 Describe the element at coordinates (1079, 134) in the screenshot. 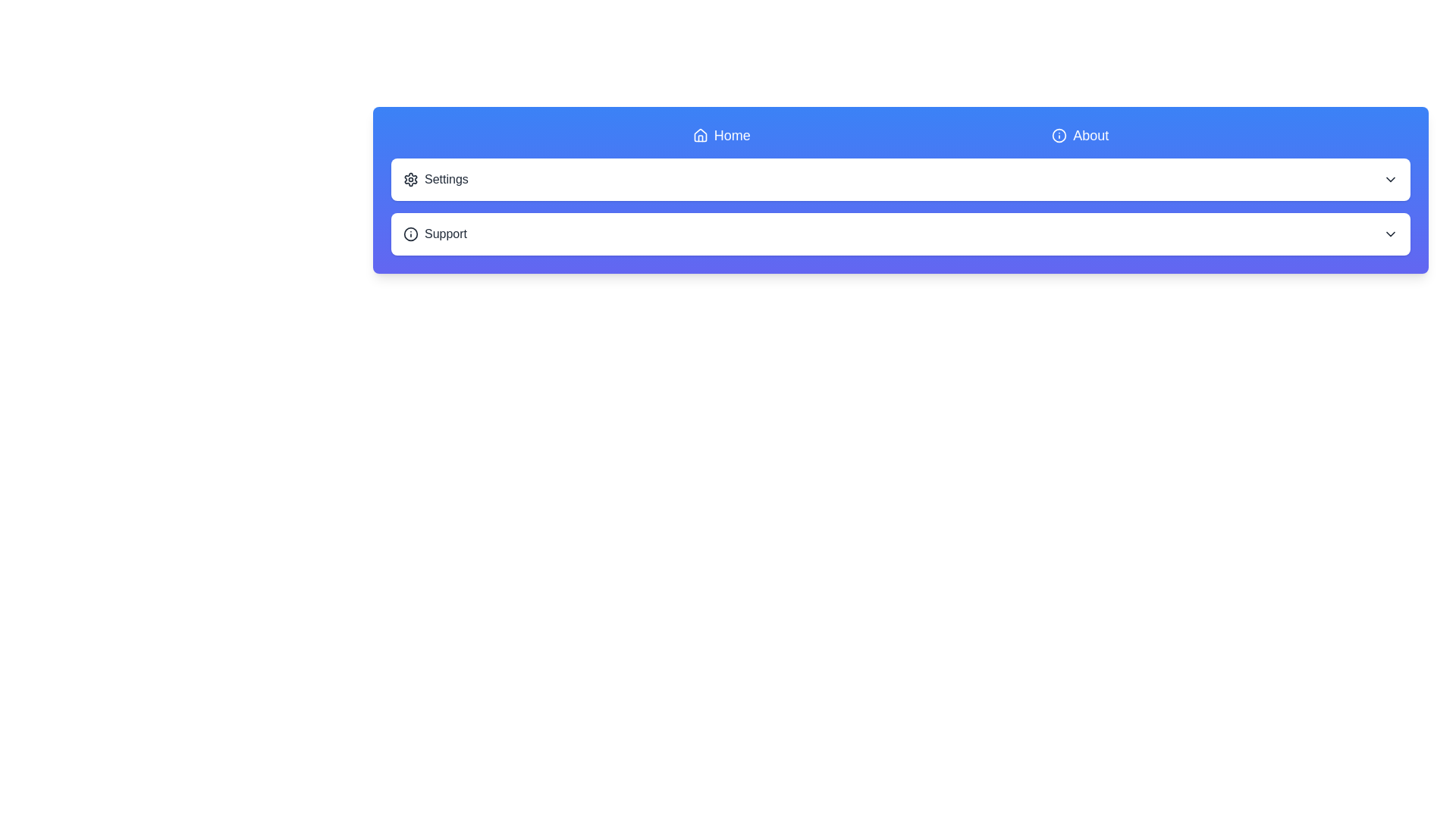

I see `the 'About' hyperlink located in the navigation bar, which features white text on a blue background and includes an information icon on the left` at that location.